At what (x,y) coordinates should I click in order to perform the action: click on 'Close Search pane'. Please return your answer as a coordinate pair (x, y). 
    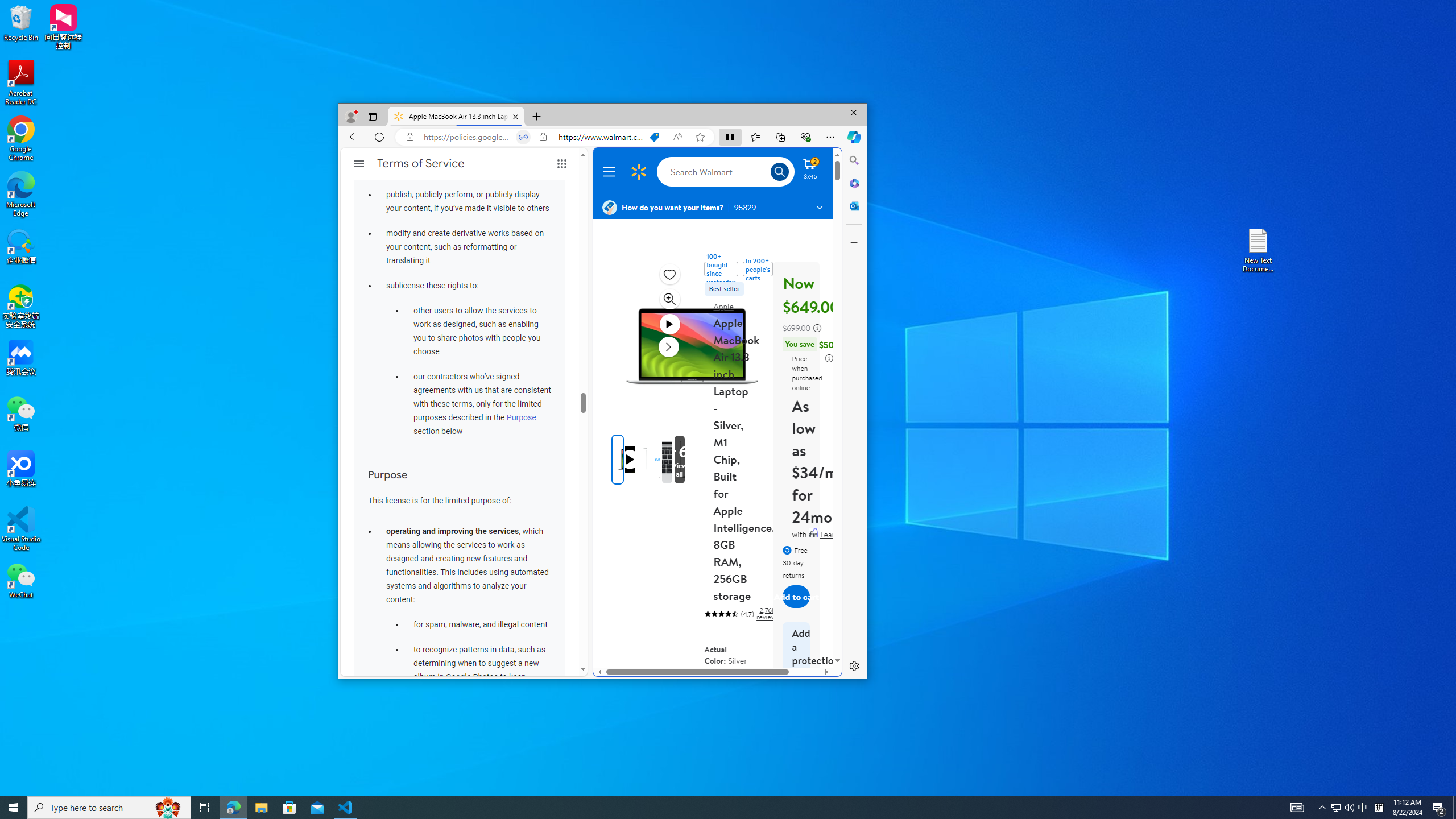
    Looking at the image, I should click on (854, 159).